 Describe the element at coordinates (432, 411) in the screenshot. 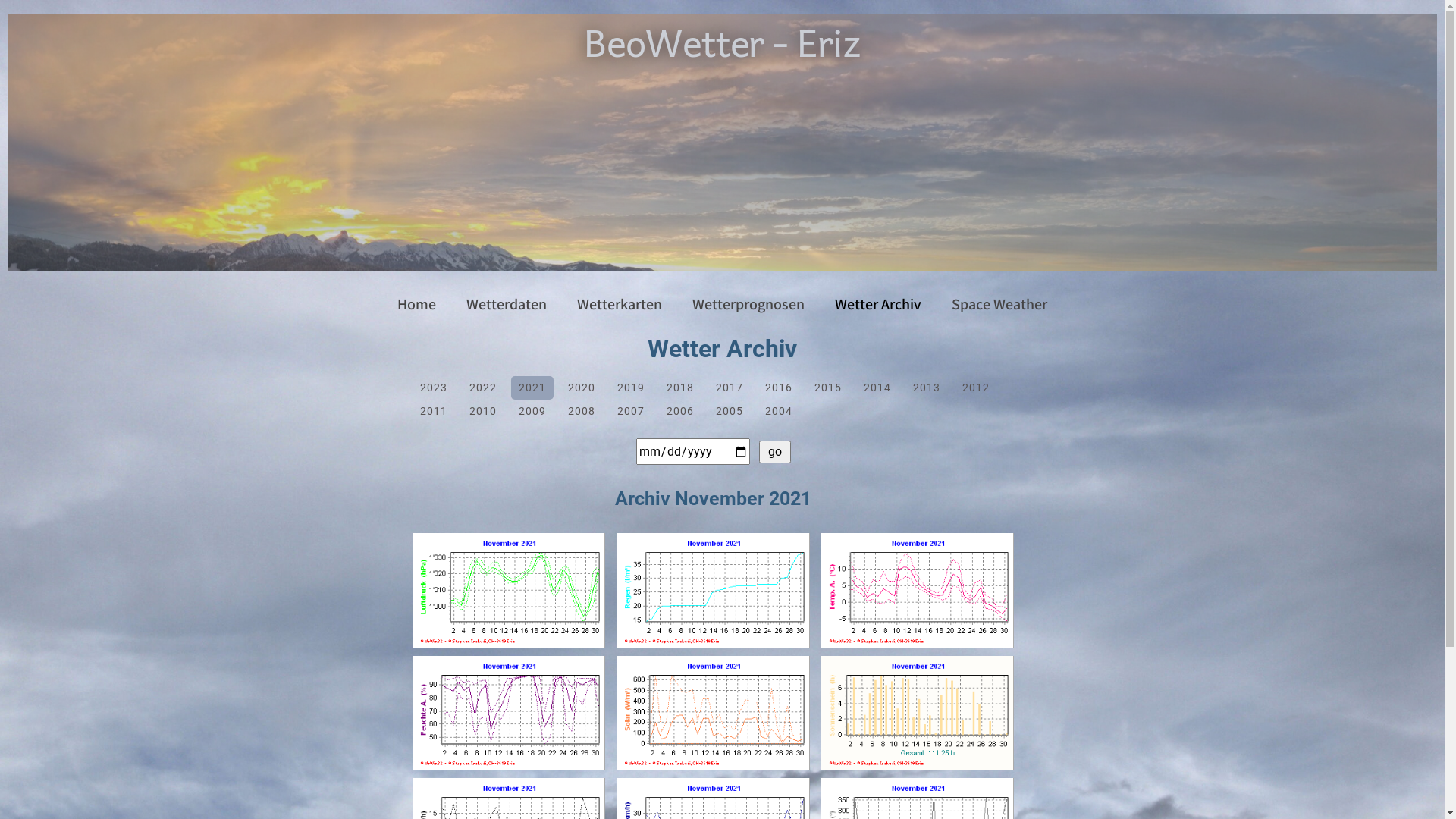

I see `'2011'` at that location.